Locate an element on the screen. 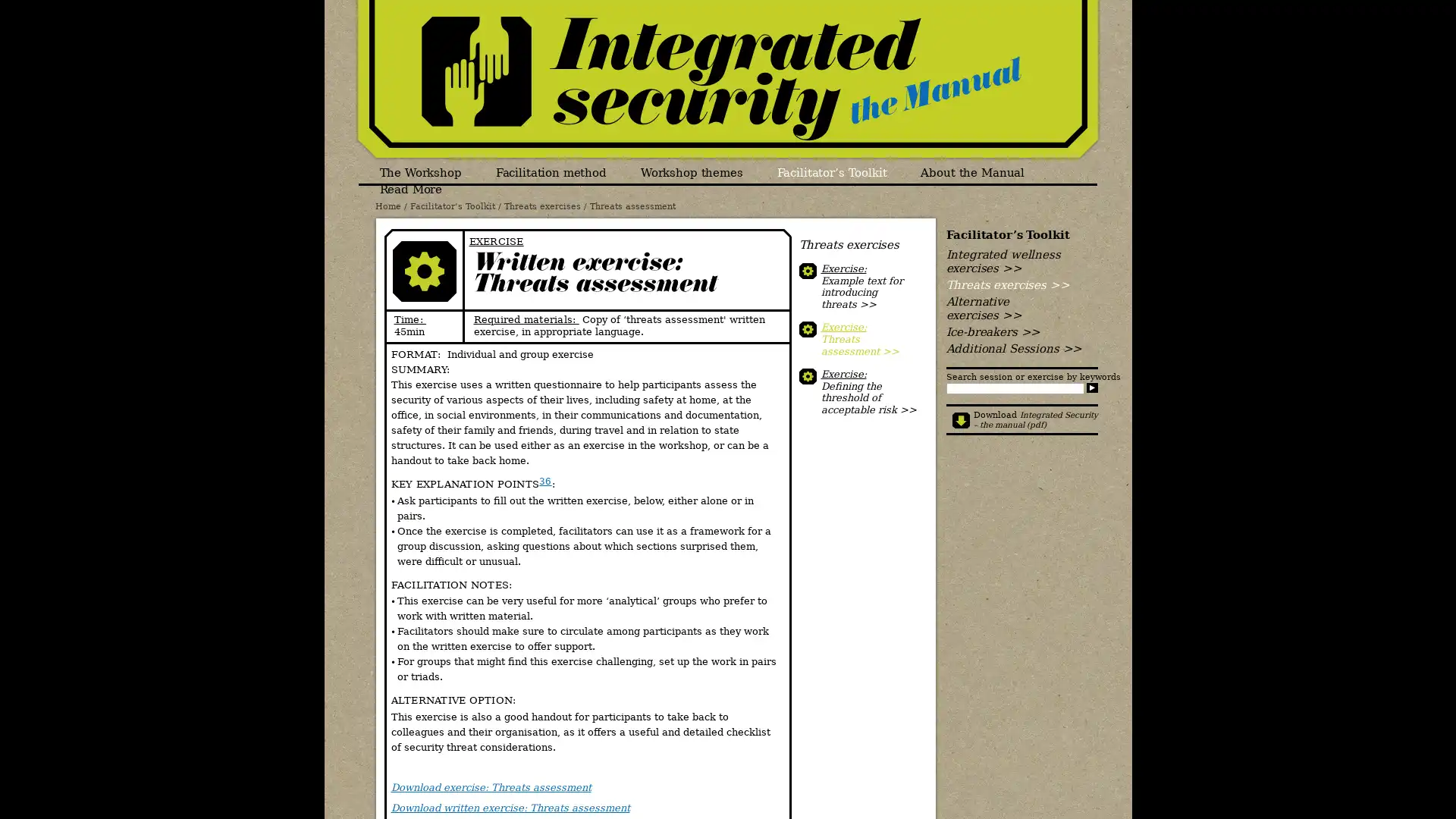 The height and width of the screenshot is (819, 1456). Search is located at coordinates (1090, 387).